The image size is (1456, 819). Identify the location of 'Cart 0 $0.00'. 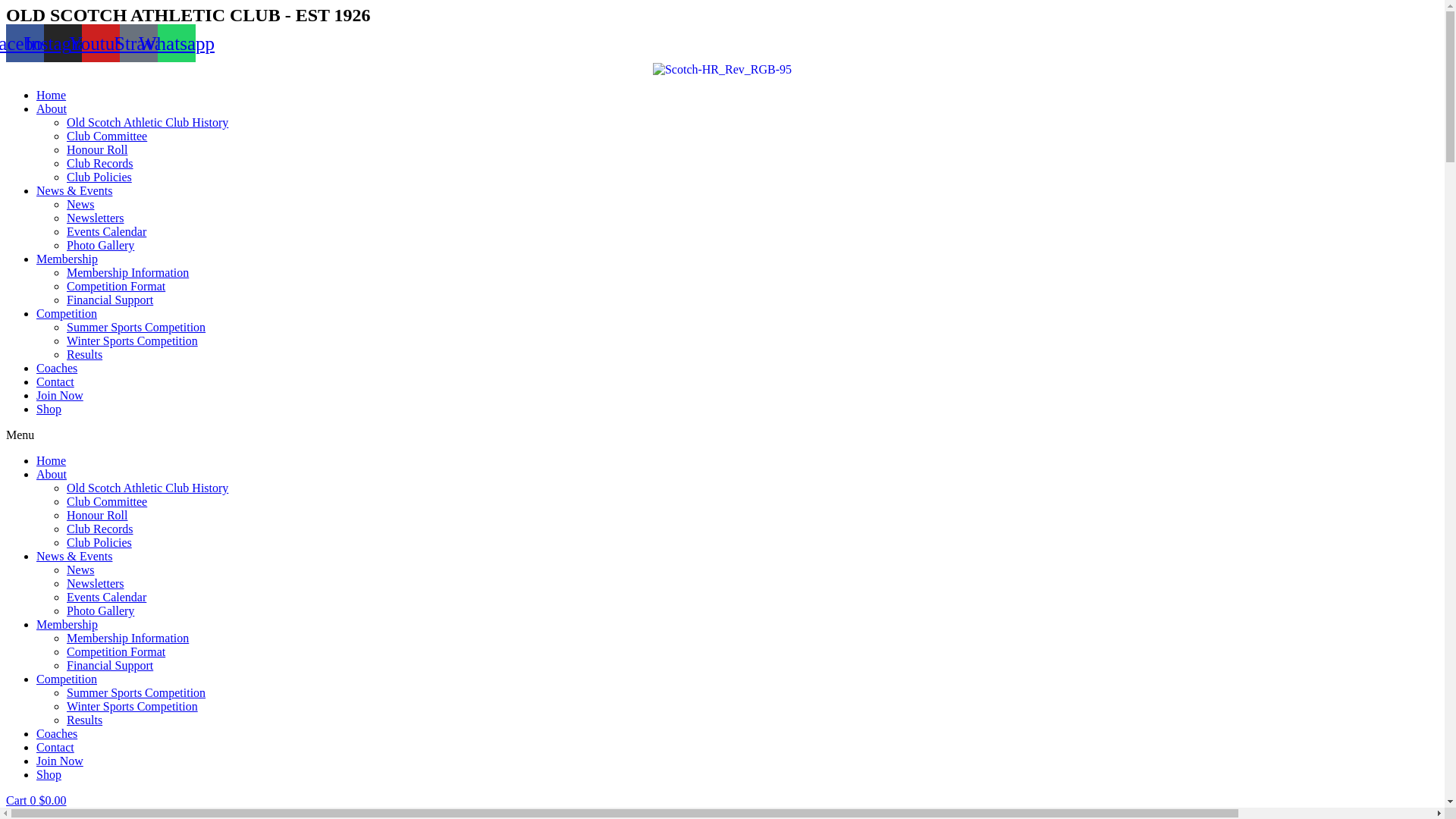
(36, 799).